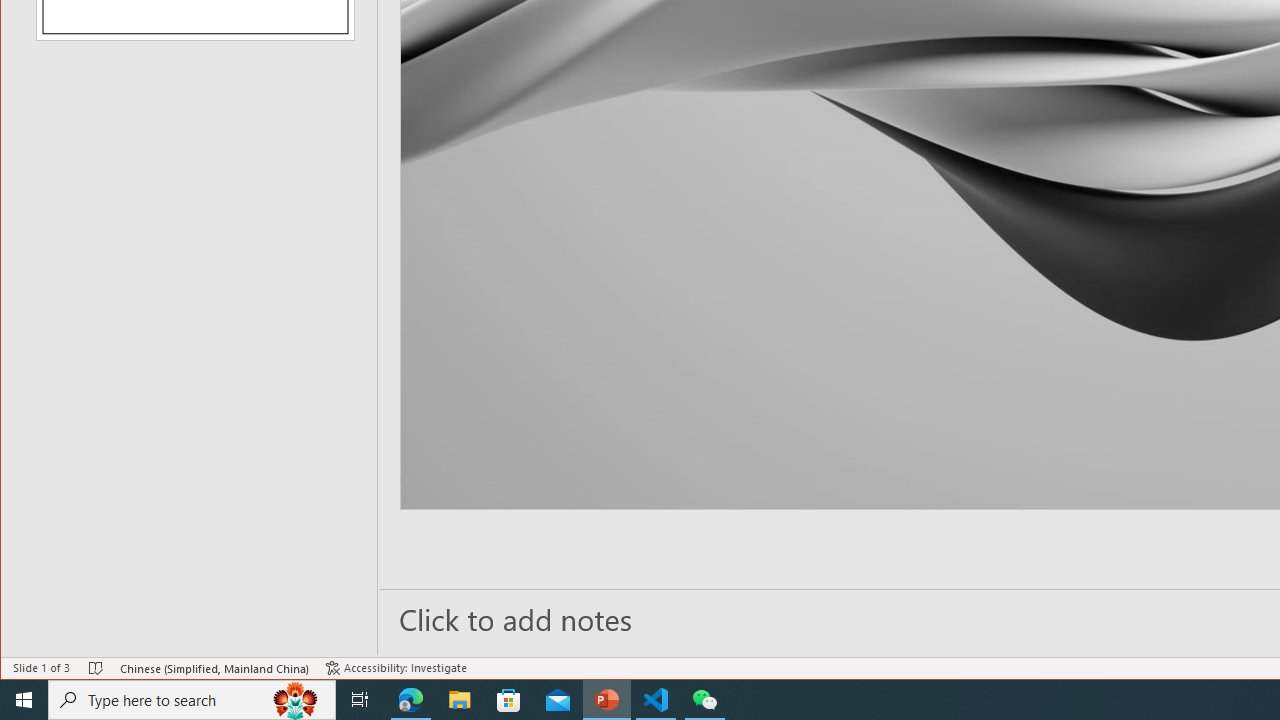 The height and width of the screenshot is (720, 1280). I want to click on 'WeChat - 1 running window', so click(705, 698).